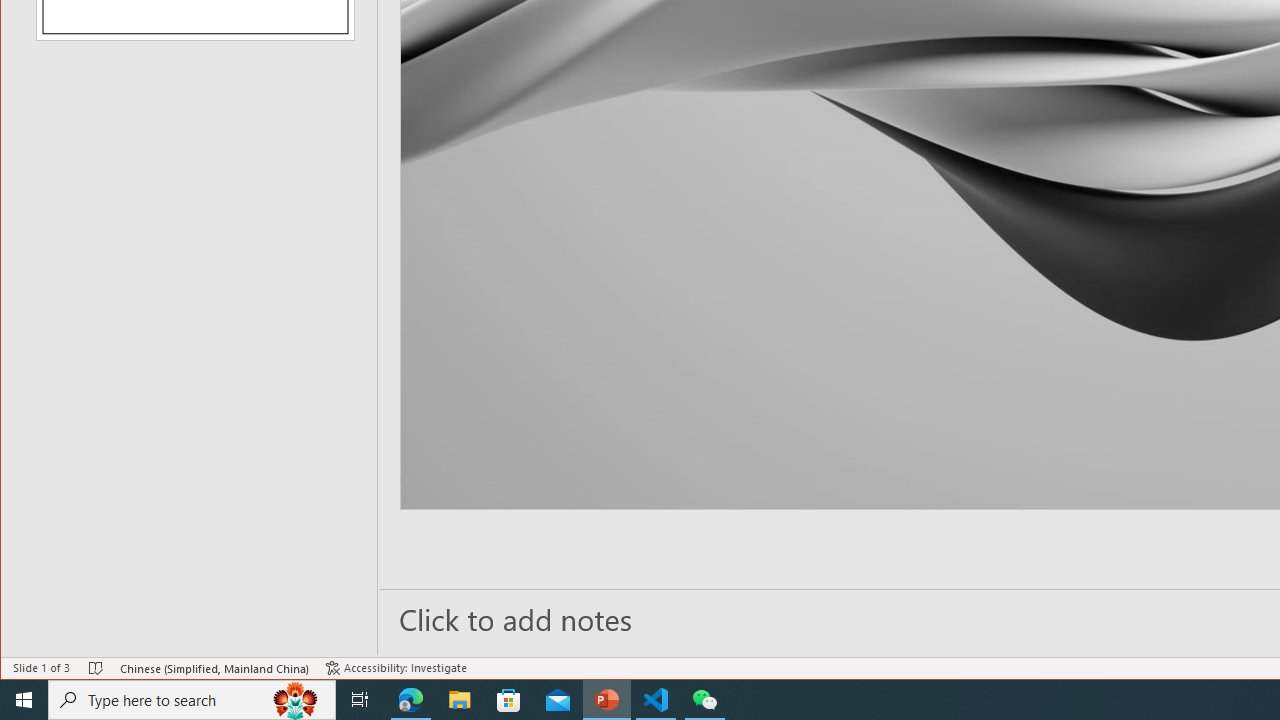 The height and width of the screenshot is (720, 1280). I want to click on 'WeChat - 1 running window', so click(705, 698).